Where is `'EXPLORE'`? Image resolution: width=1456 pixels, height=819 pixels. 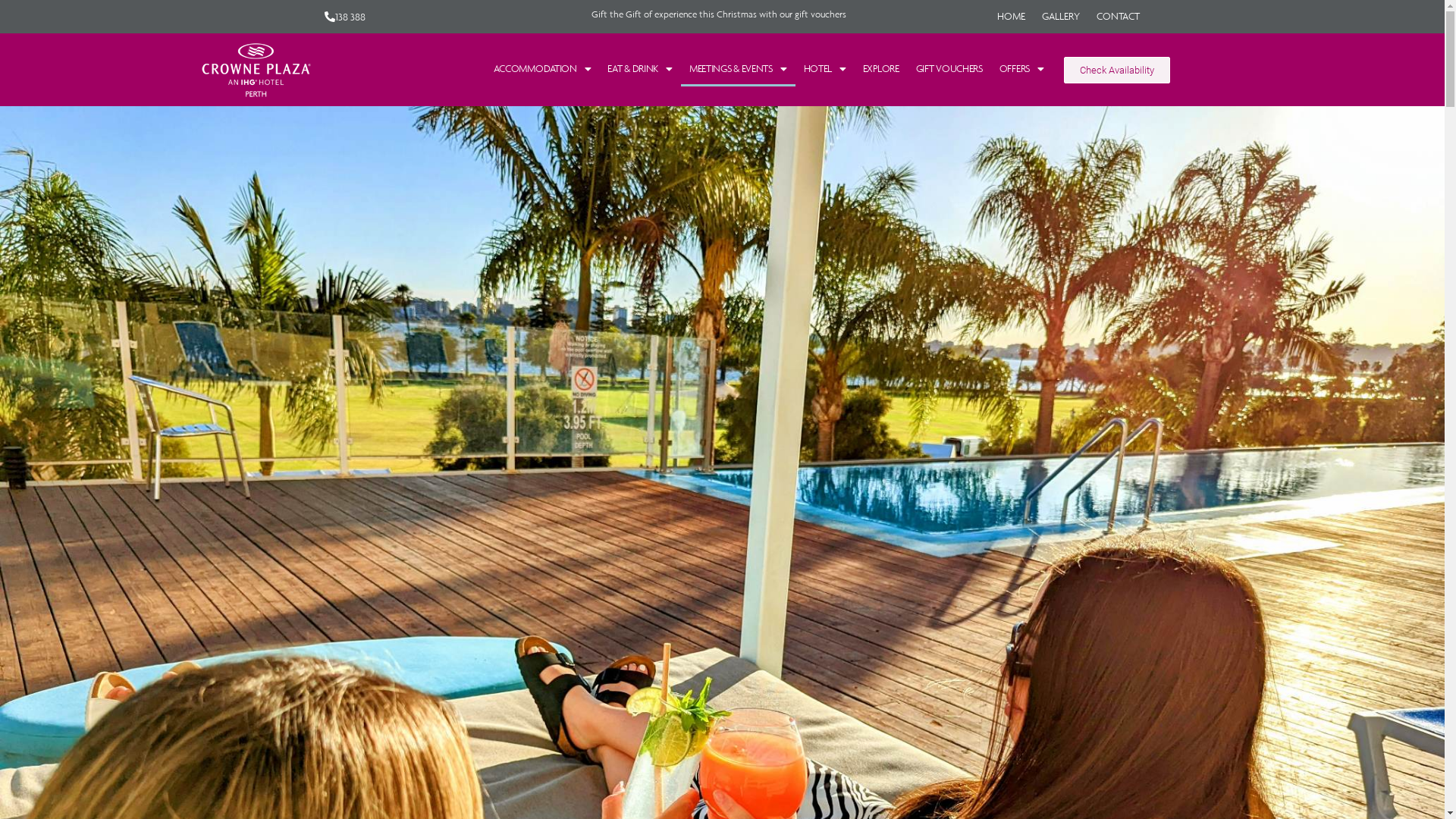
'EXPLORE' is located at coordinates (880, 69).